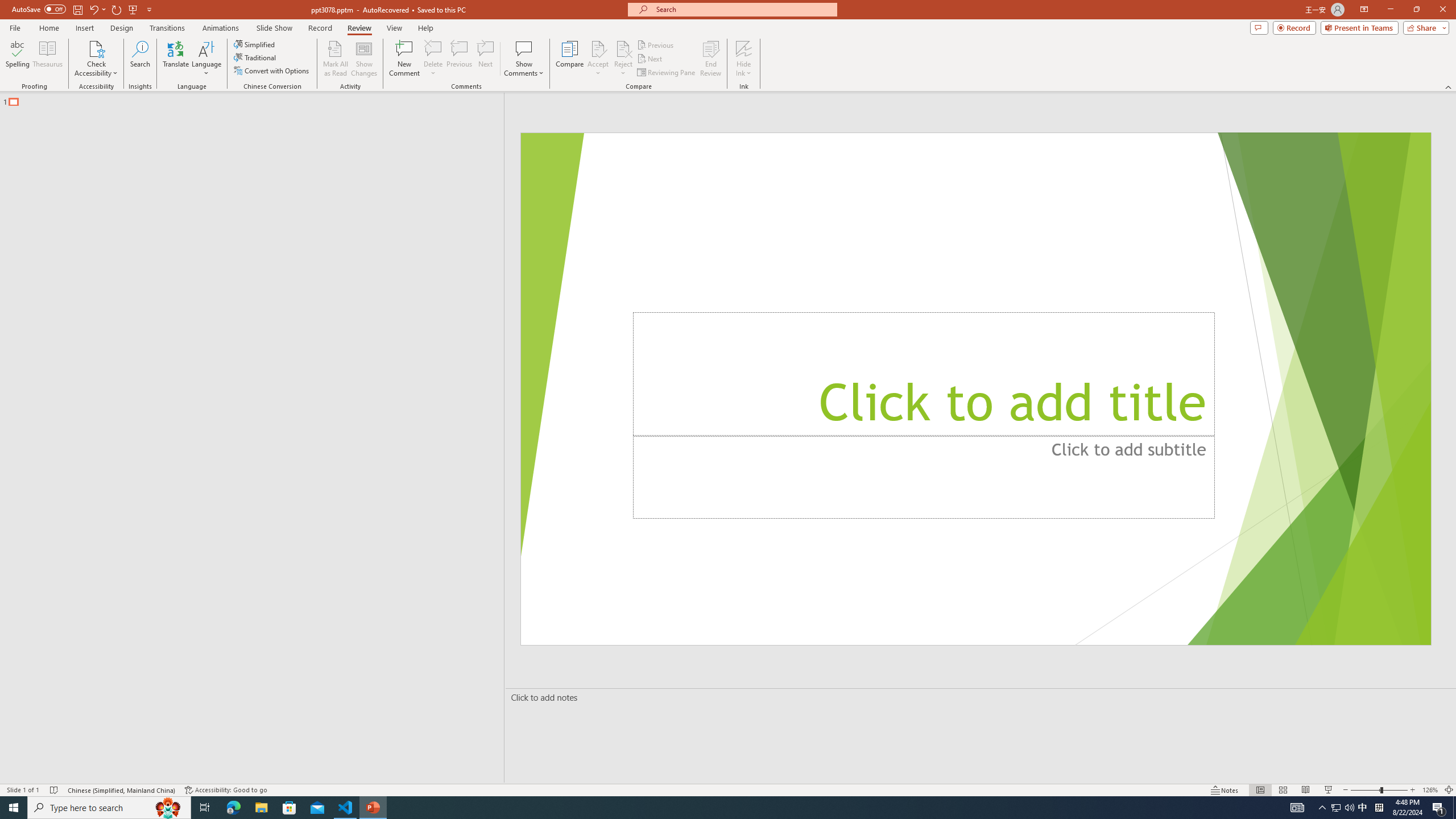 This screenshot has height=819, width=1456. I want to click on 'Reject', so click(622, 59).